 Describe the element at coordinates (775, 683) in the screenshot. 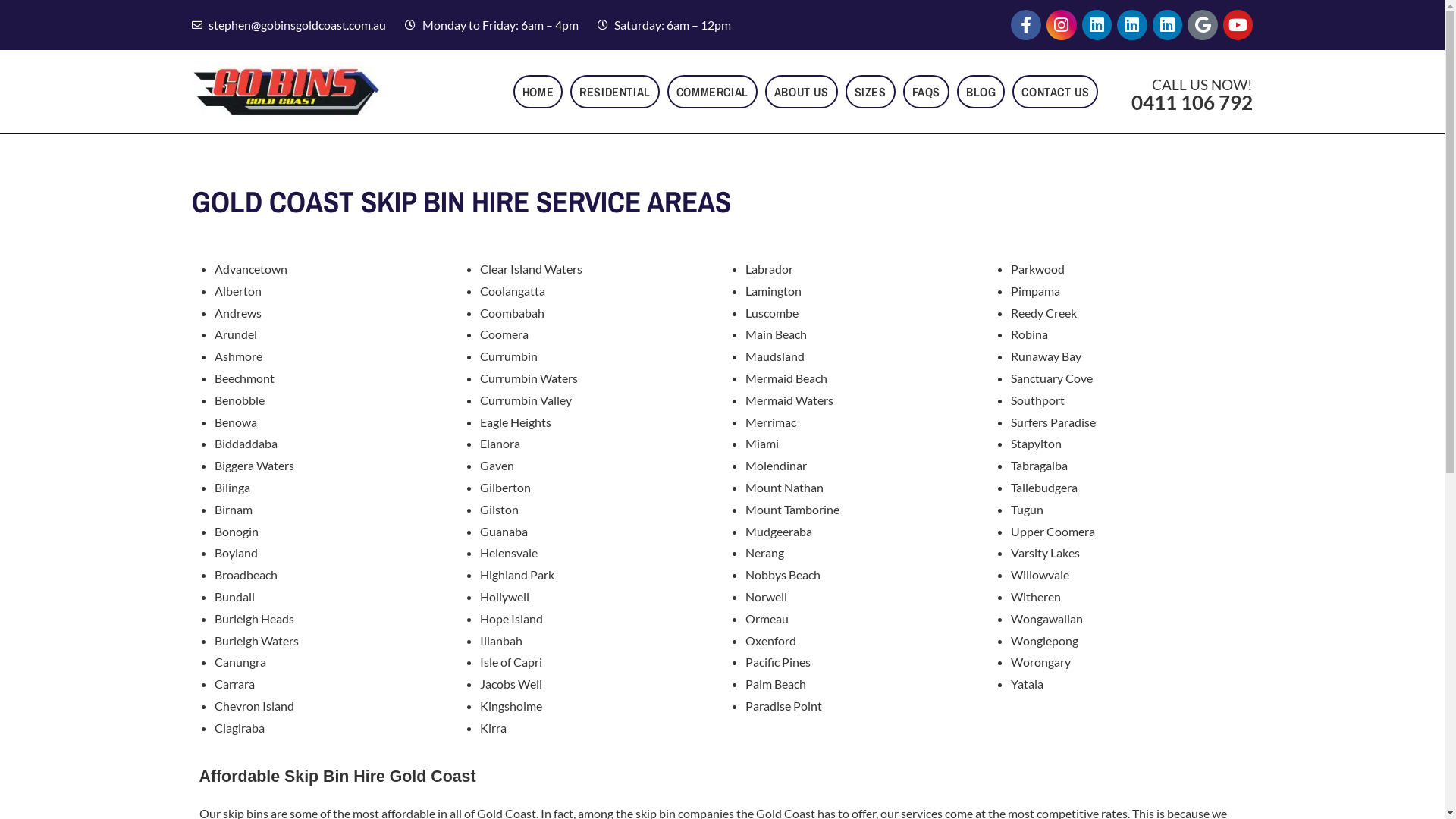

I see `'Palm Beach'` at that location.